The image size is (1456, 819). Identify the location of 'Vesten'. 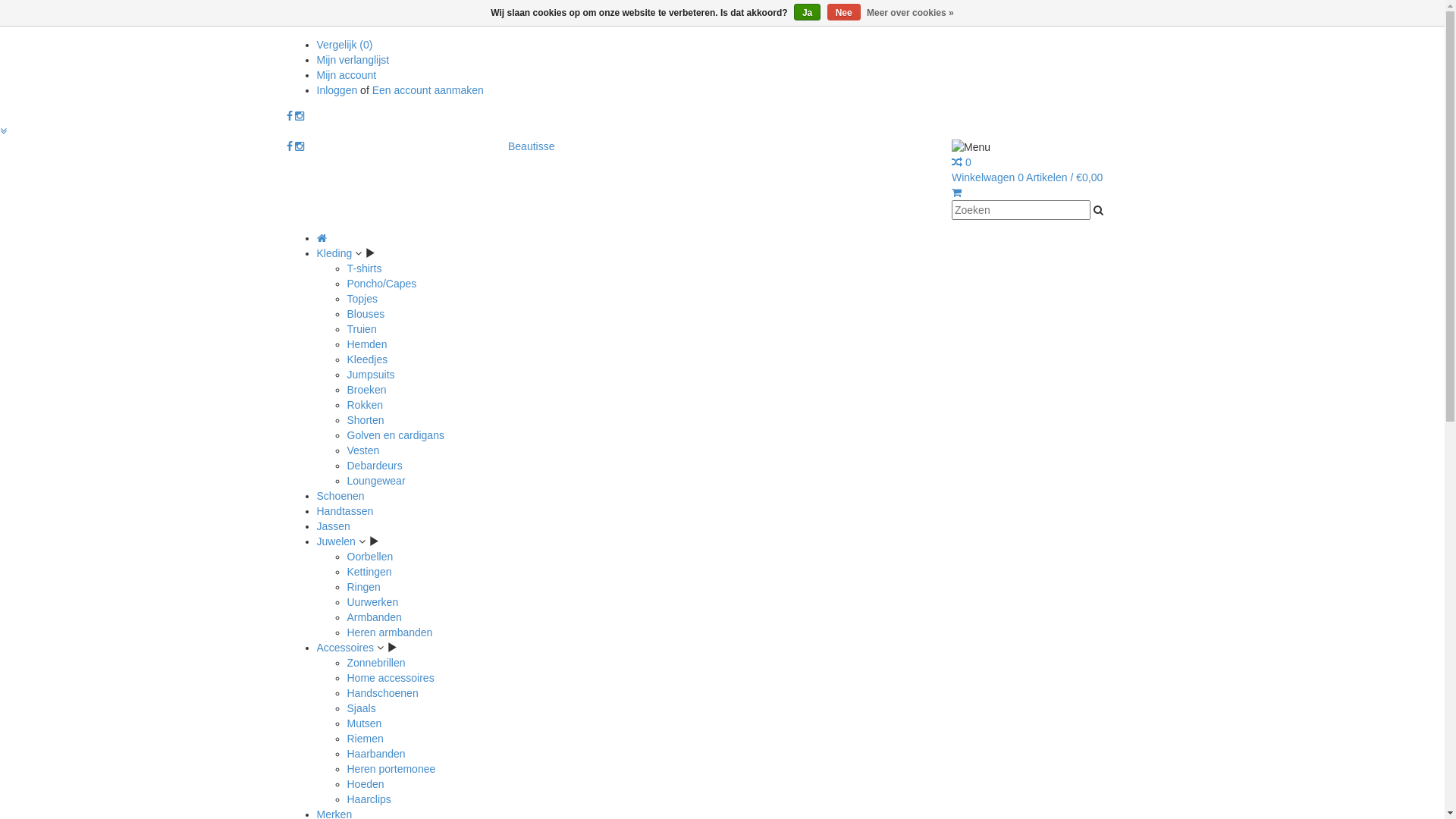
(362, 450).